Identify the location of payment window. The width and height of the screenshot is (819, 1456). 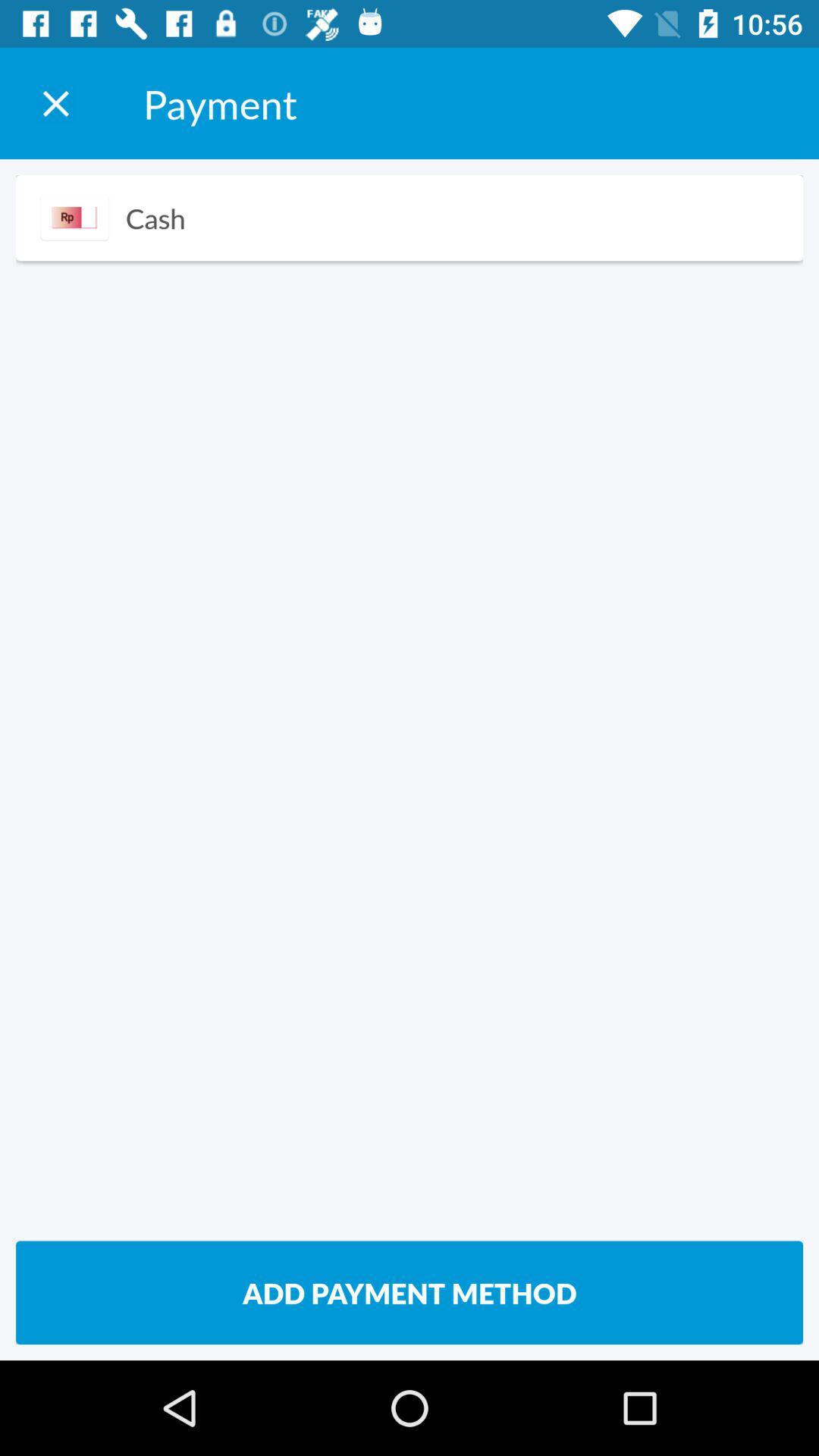
(55, 102).